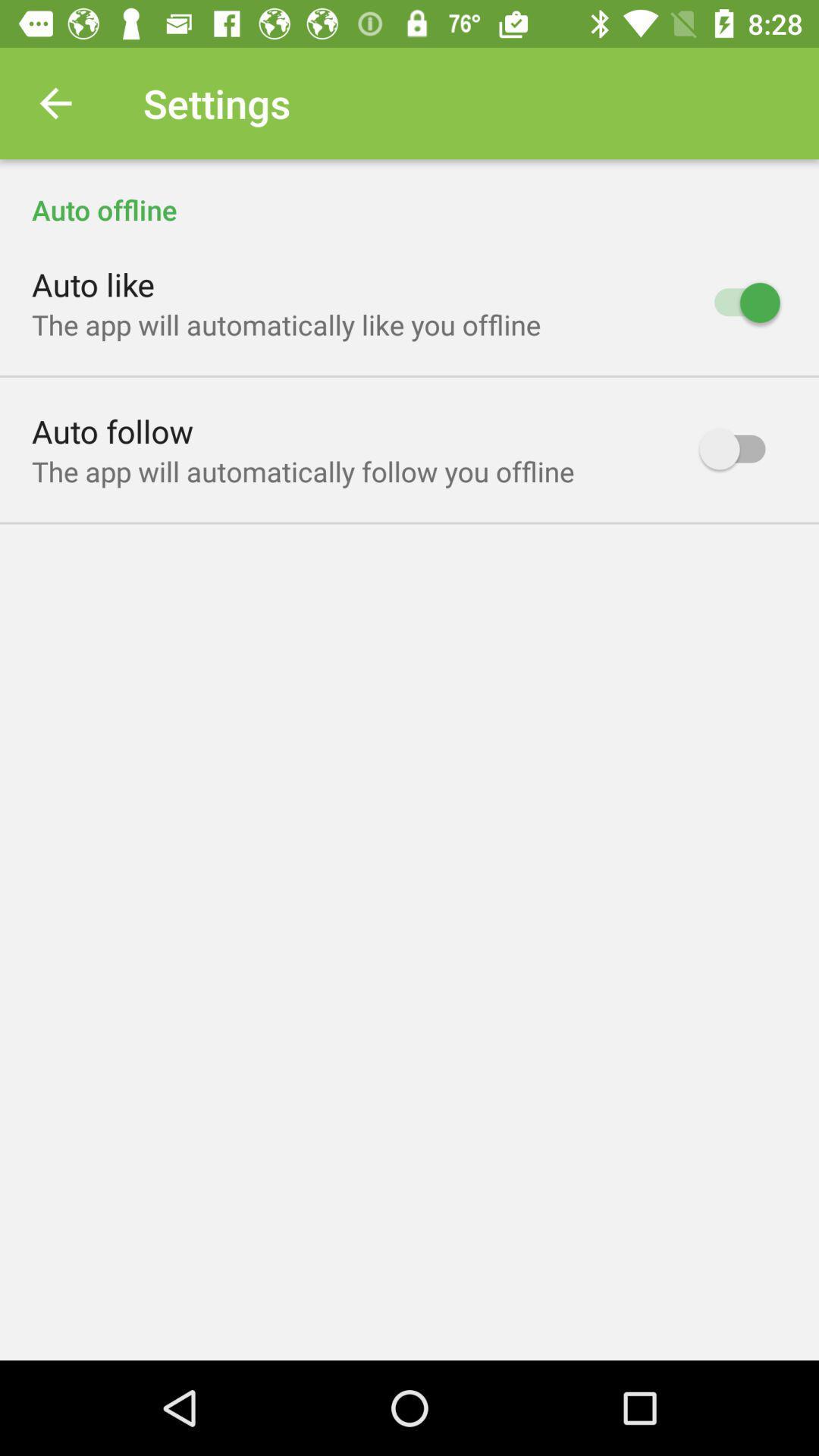 The width and height of the screenshot is (819, 1456). What do you see at coordinates (409, 193) in the screenshot?
I see `icon above the auto like item` at bounding box center [409, 193].